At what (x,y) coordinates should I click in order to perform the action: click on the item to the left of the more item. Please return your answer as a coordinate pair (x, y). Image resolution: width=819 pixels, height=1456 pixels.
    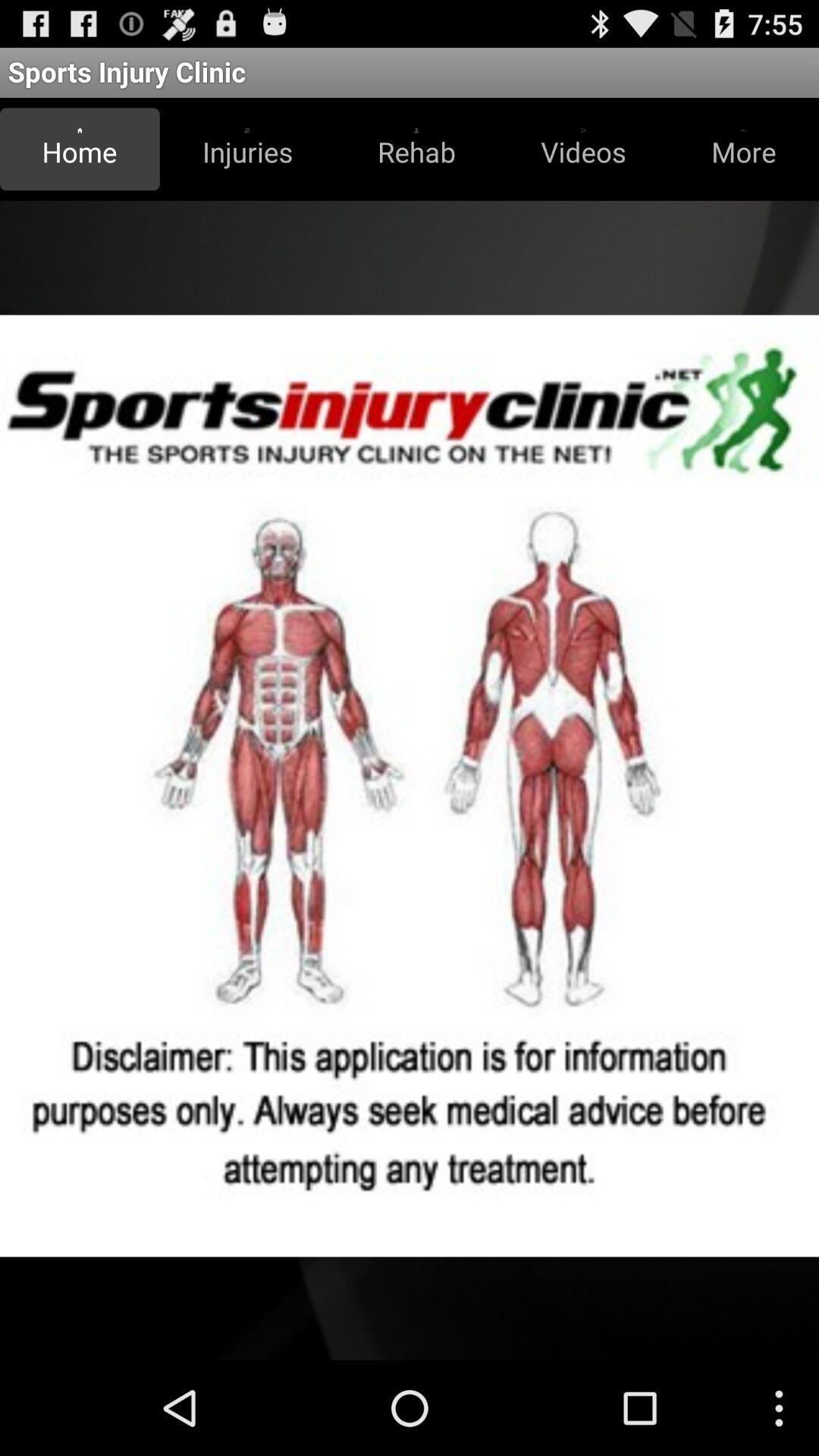
    Looking at the image, I should click on (582, 149).